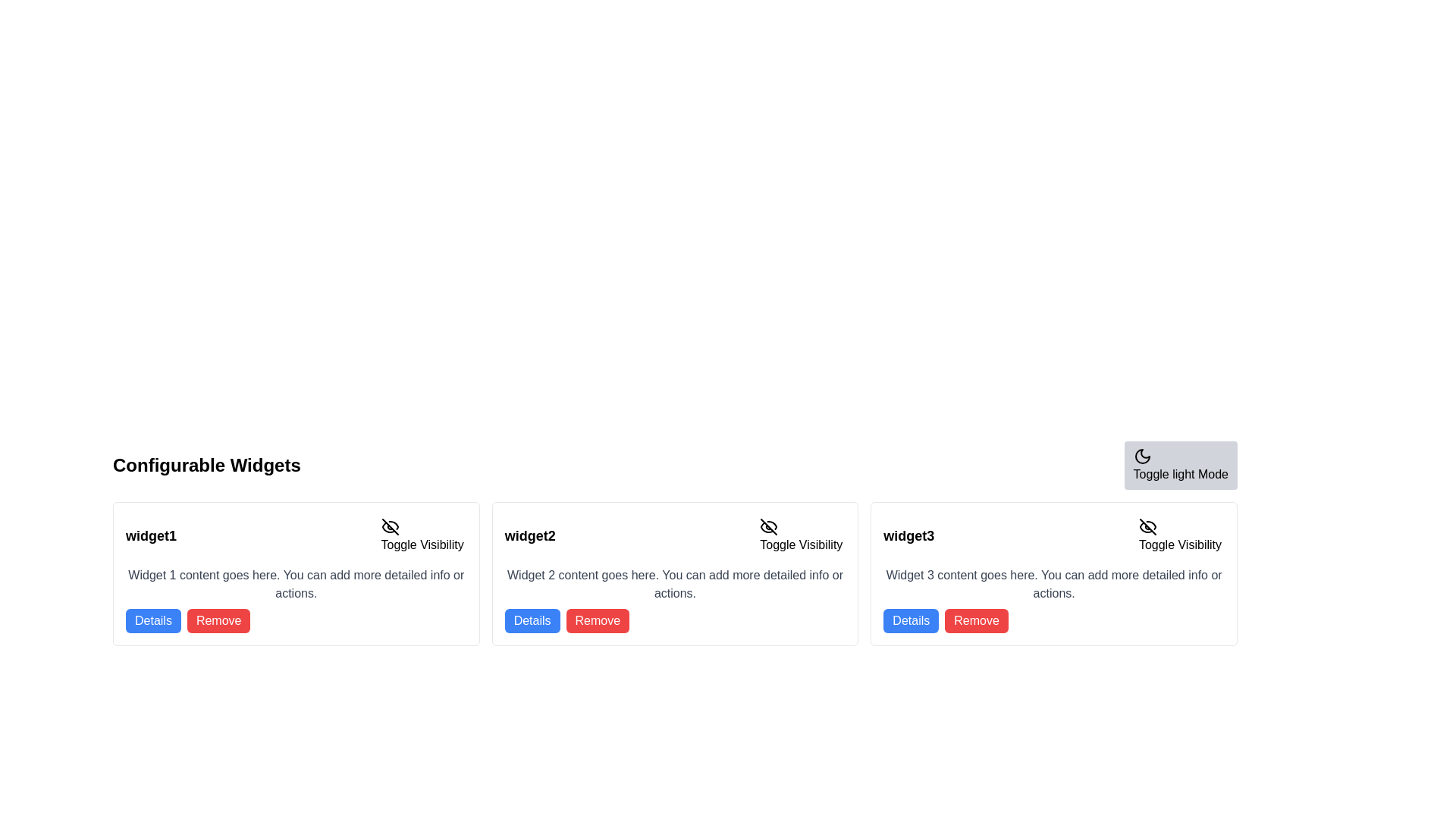 The height and width of the screenshot is (819, 1456). Describe the element at coordinates (390, 526) in the screenshot. I see `the eye-shaped icon with a diagonal line crossing it, located in the first widget under the label 'Toggle Visibility'` at that location.